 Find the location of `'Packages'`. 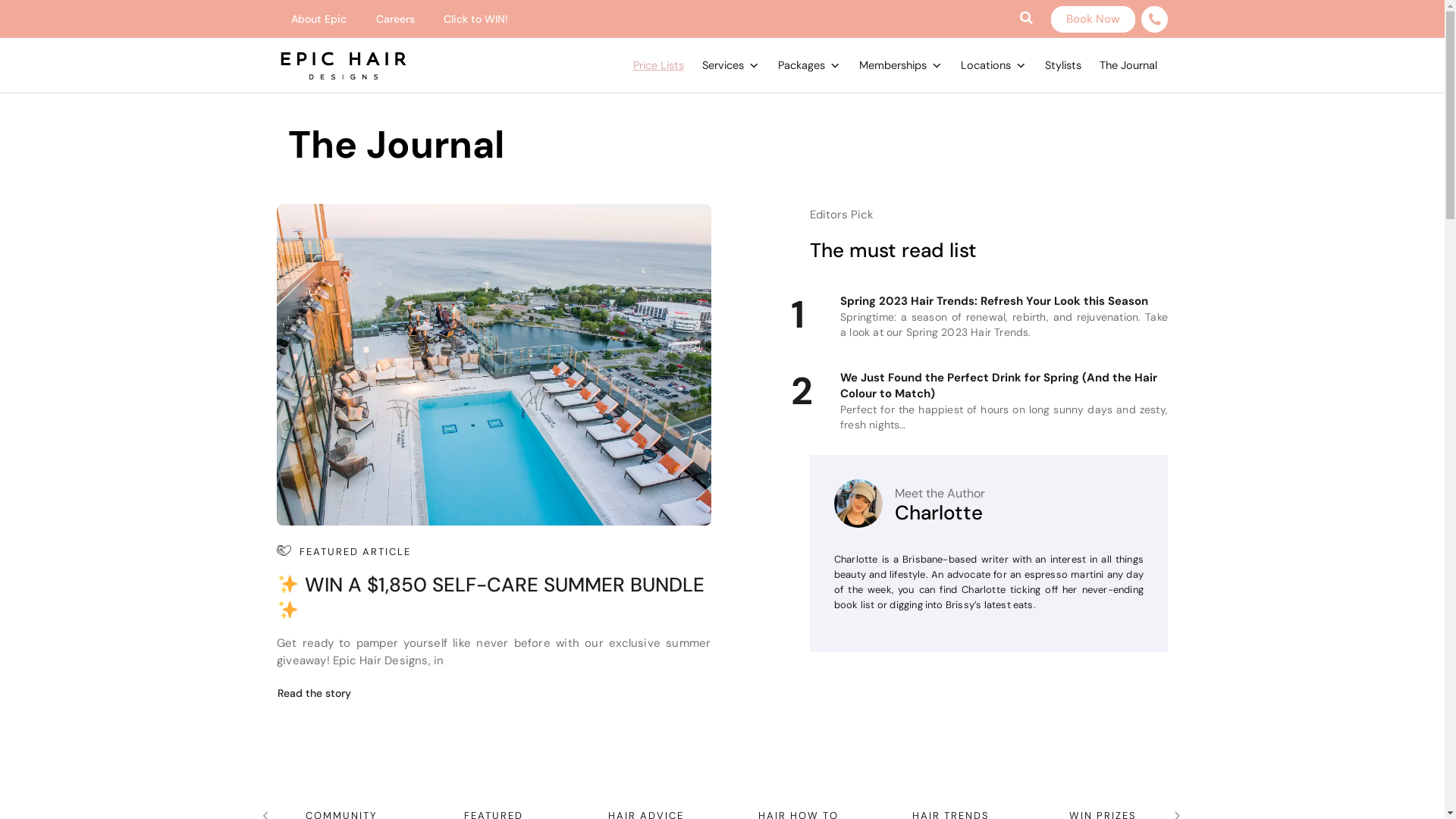

'Packages' is located at coordinates (768, 64).